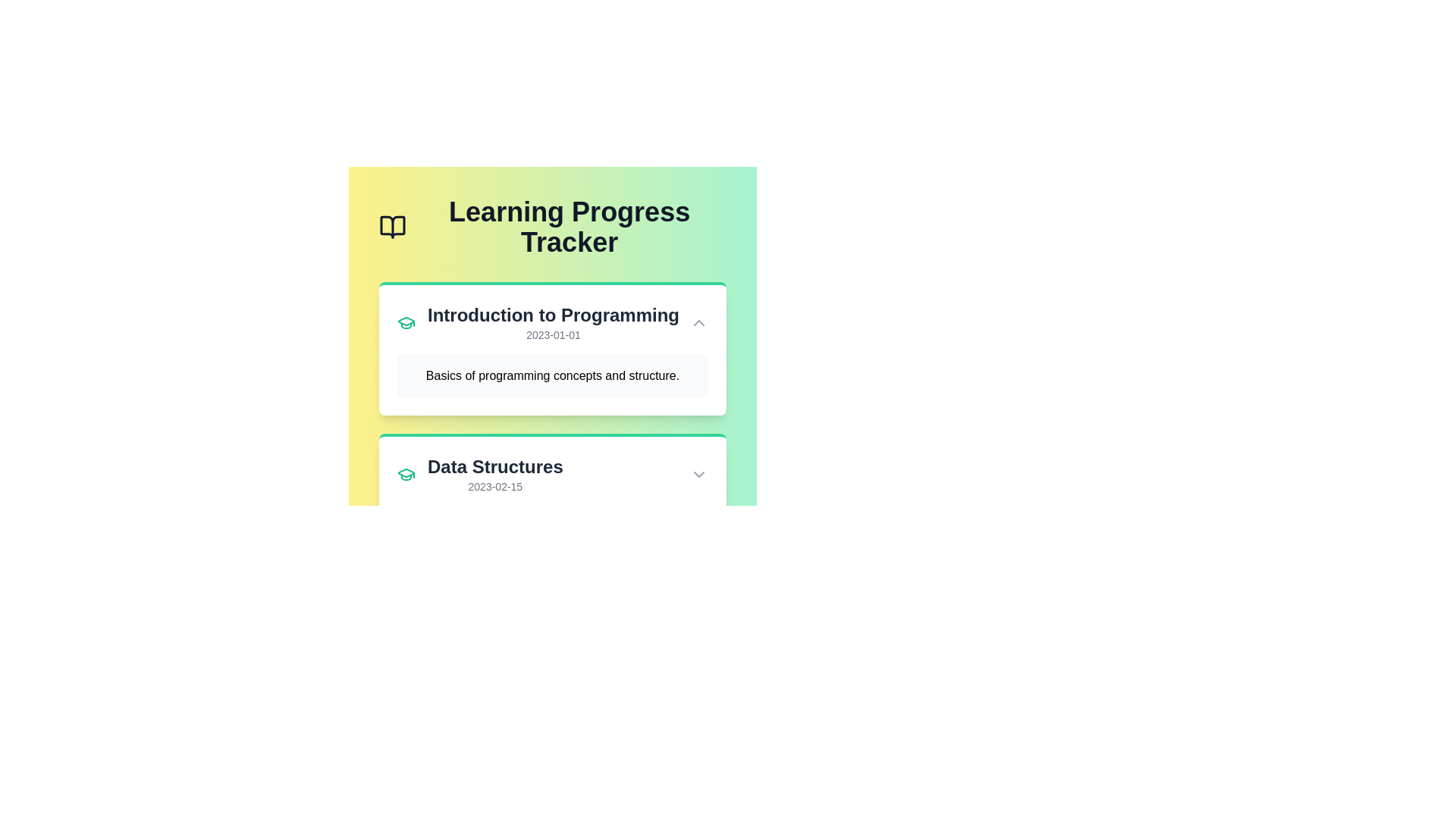  I want to click on the 'Data Structures' section header with a graduation cap icon and a downward arrow, located in the green background of the 'Learning Progress Tracker', so click(552, 473).